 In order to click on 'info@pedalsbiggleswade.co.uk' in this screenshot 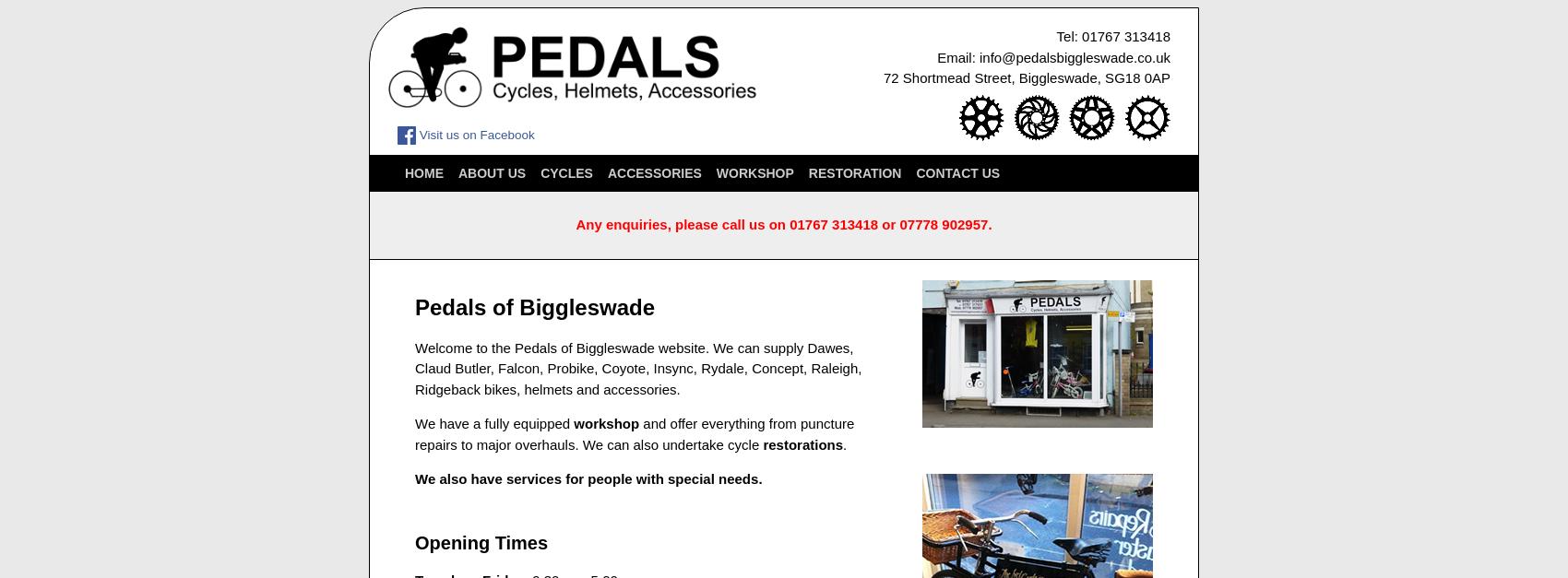, I will do `click(1075, 55)`.